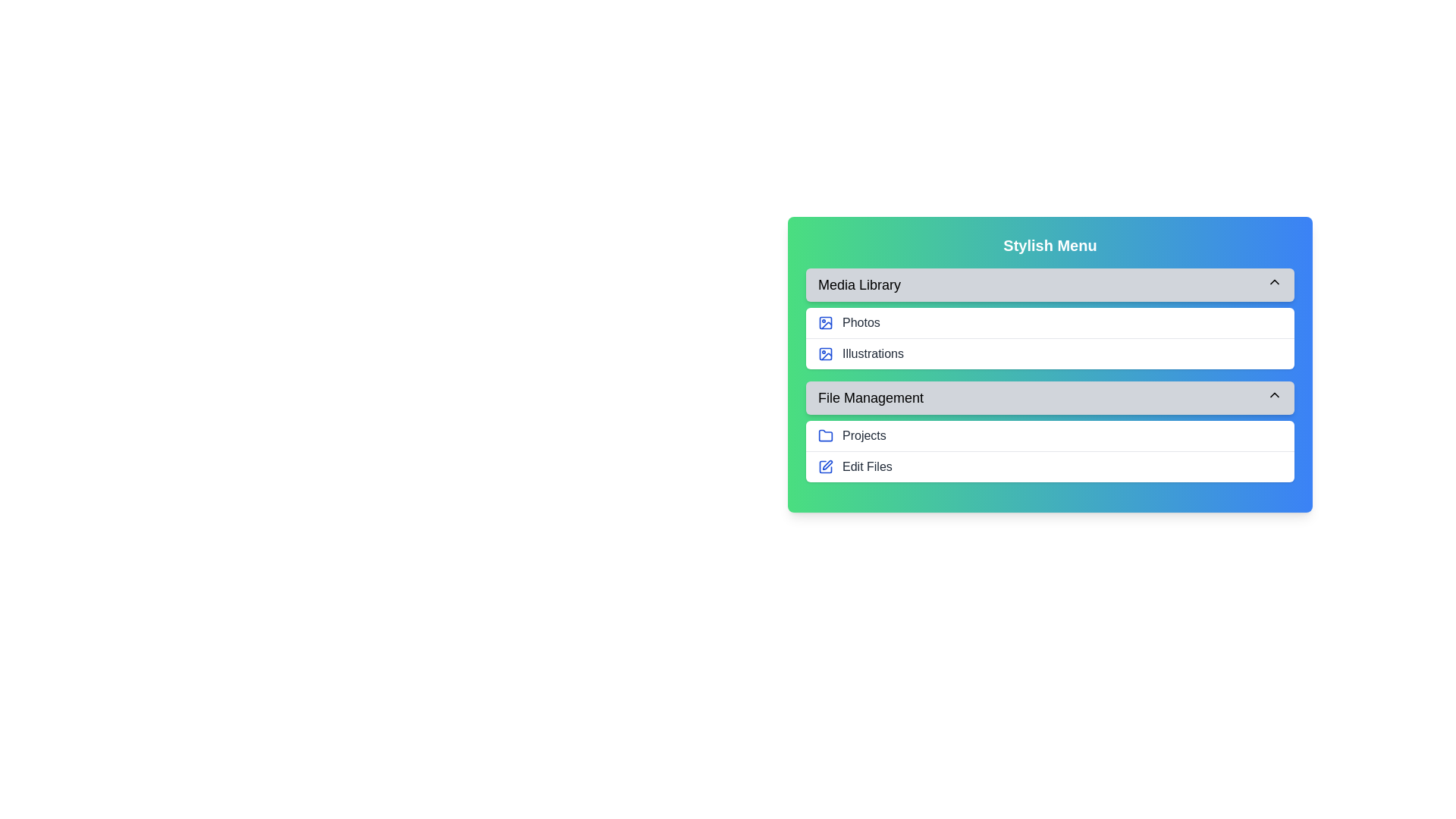  What do you see at coordinates (1050, 431) in the screenshot?
I see `the 'Edit Files' option in the Dropdown menu under the 'File Management' category of the Stylish Menu` at bounding box center [1050, 431].